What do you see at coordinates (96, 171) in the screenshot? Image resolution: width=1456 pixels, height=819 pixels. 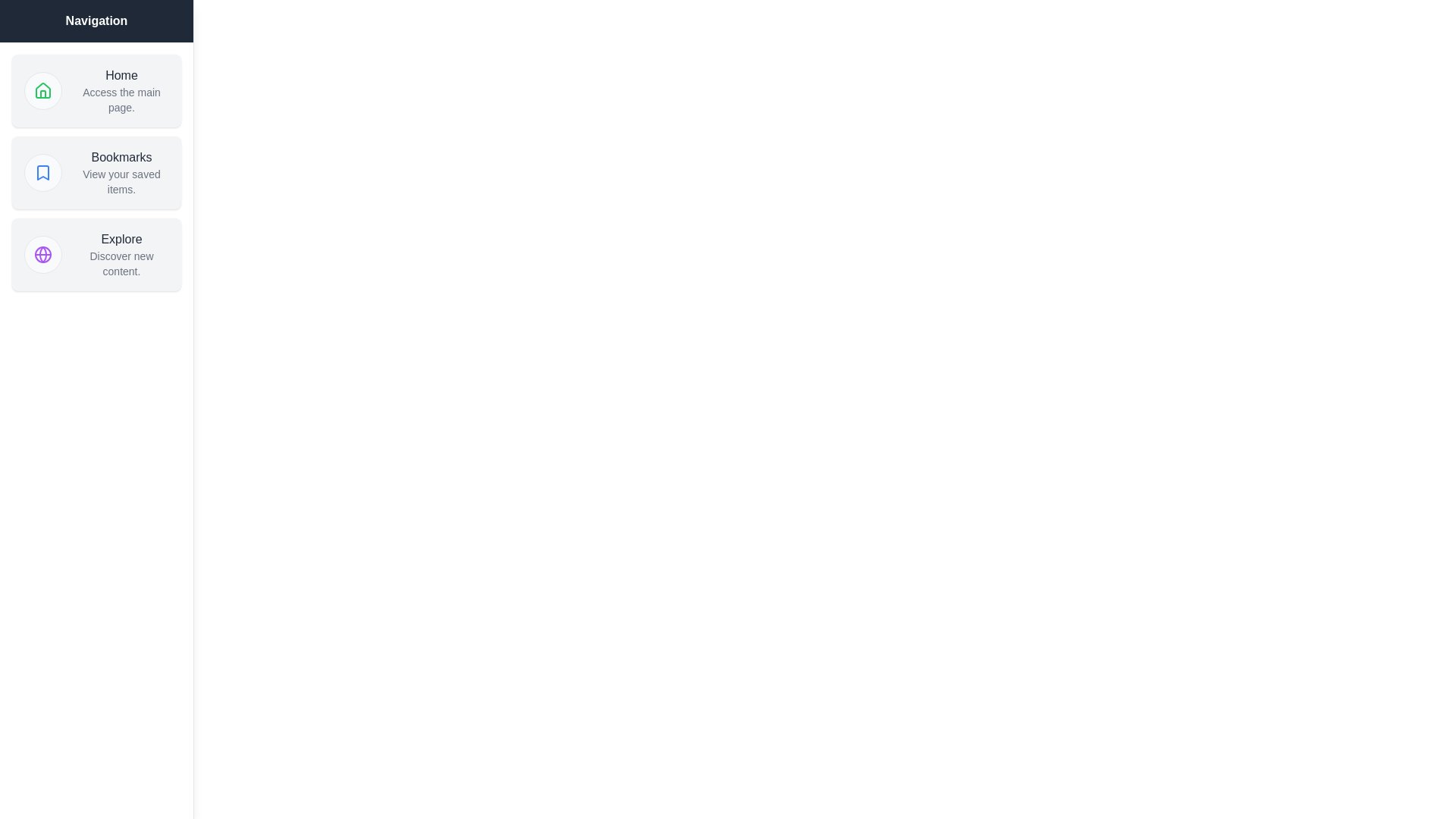 I see `the 'Bookmarks' menu item` at bounding box center [96, 171].